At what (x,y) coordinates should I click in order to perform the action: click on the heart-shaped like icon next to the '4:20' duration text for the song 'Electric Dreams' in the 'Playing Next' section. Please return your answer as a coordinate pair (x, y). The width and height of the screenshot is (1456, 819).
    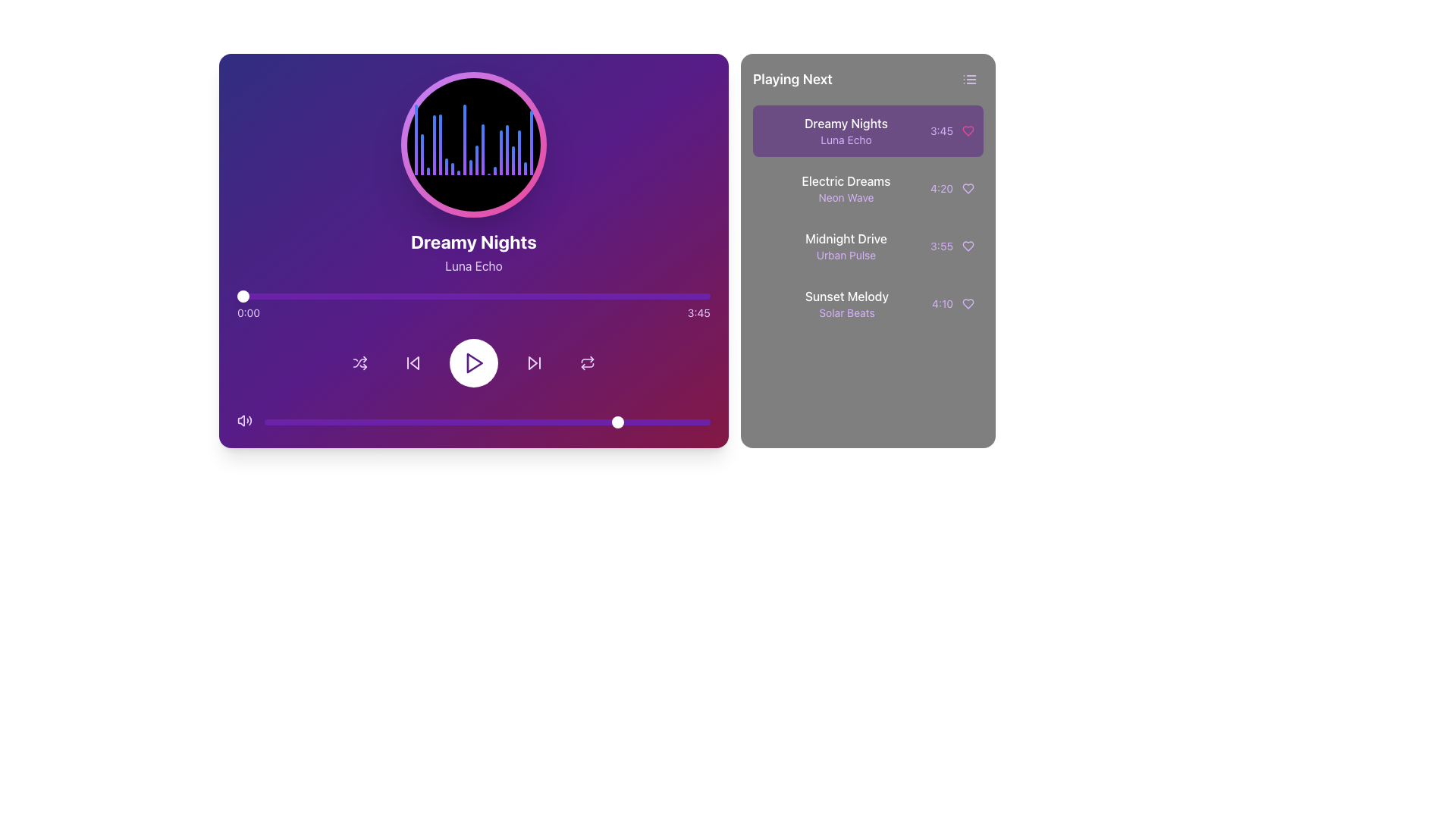
    Looking at the image, I should click on (967, 188).